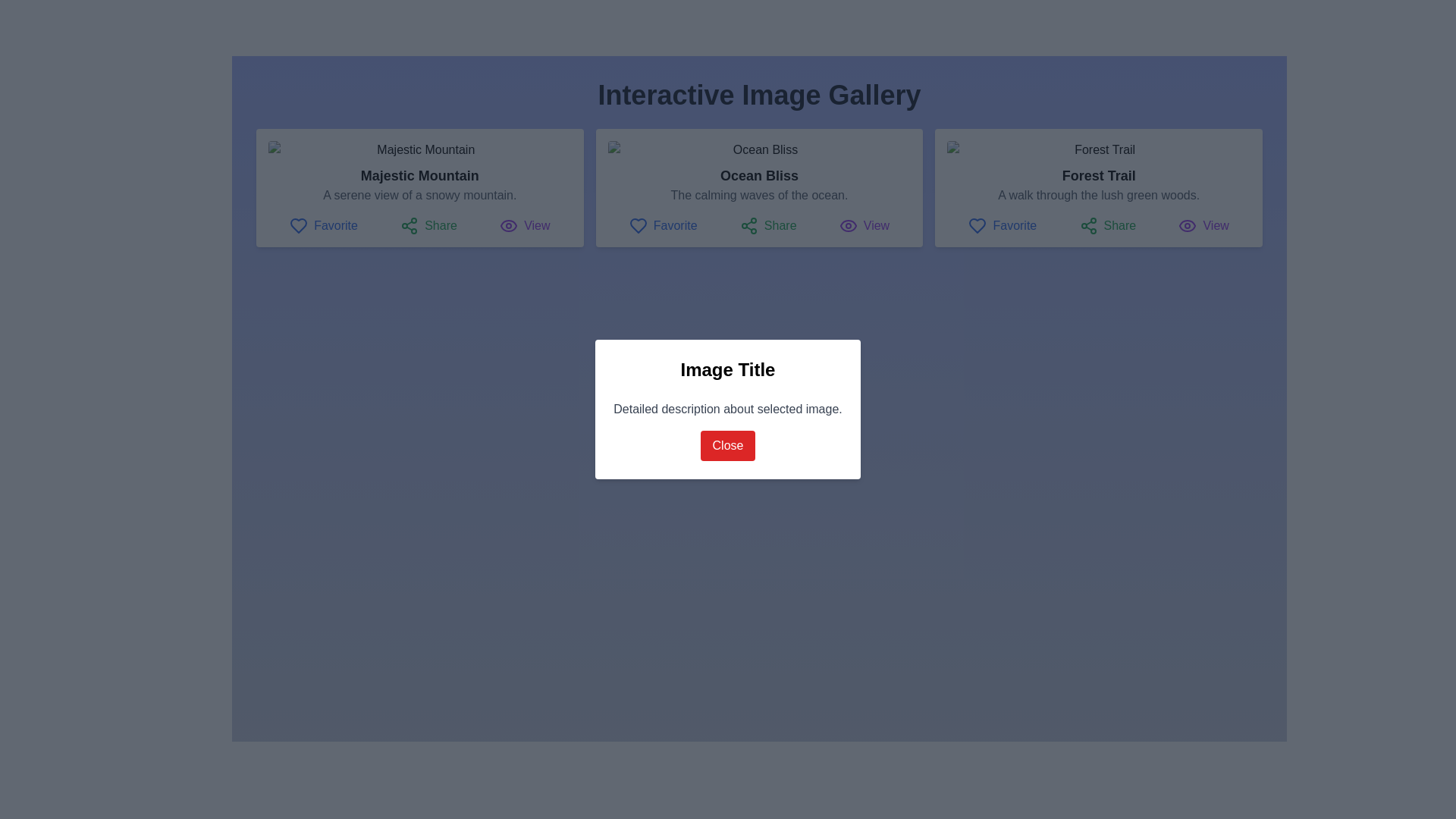 Image resolution: width=1456 pixels, height=819 pixels. I want to click on the sharing icon located to the left of the 'Share' text within the 'Share' button group in the middle card of the interactive gallery, so click(748, 225).